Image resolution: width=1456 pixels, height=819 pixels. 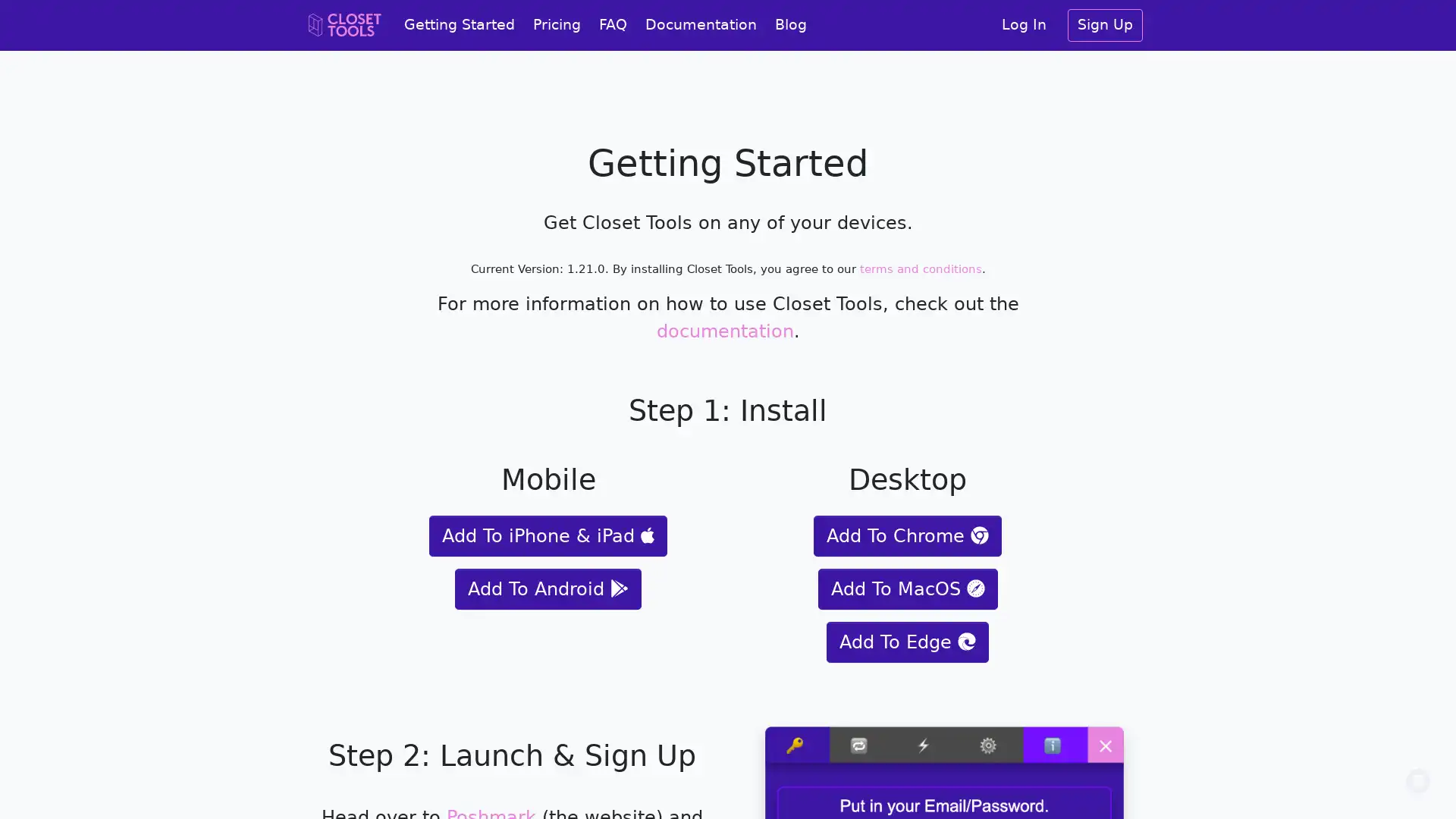 What do you see at coordinates (907, 534) in the screenshot?
I see `Add To Chrome` at bounding box center [907, 534].